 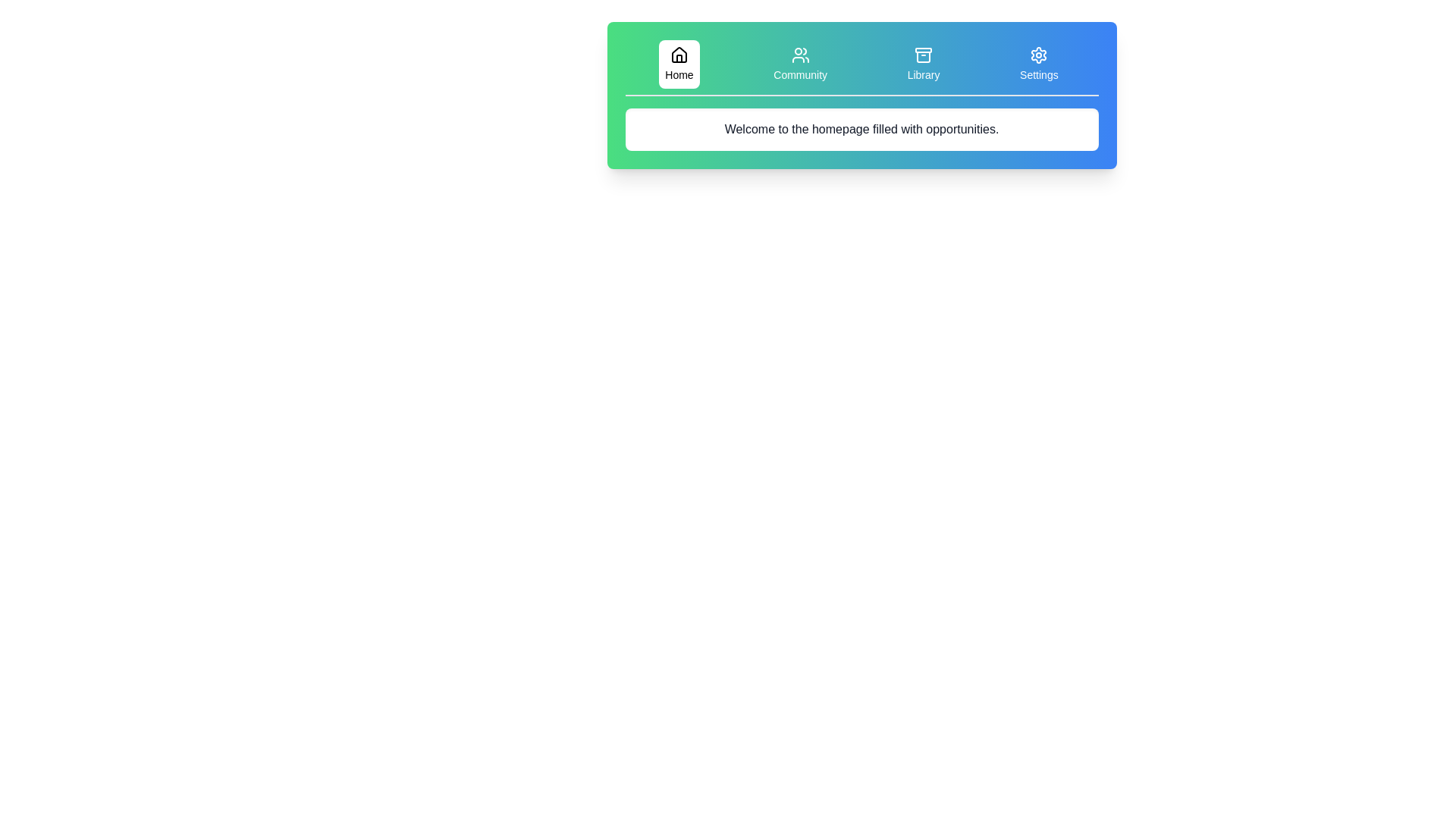 What do you see at coordinates (679, 63) in the screenshot?
I see `the Home tab to display its content` at bounding box center [679, 63].